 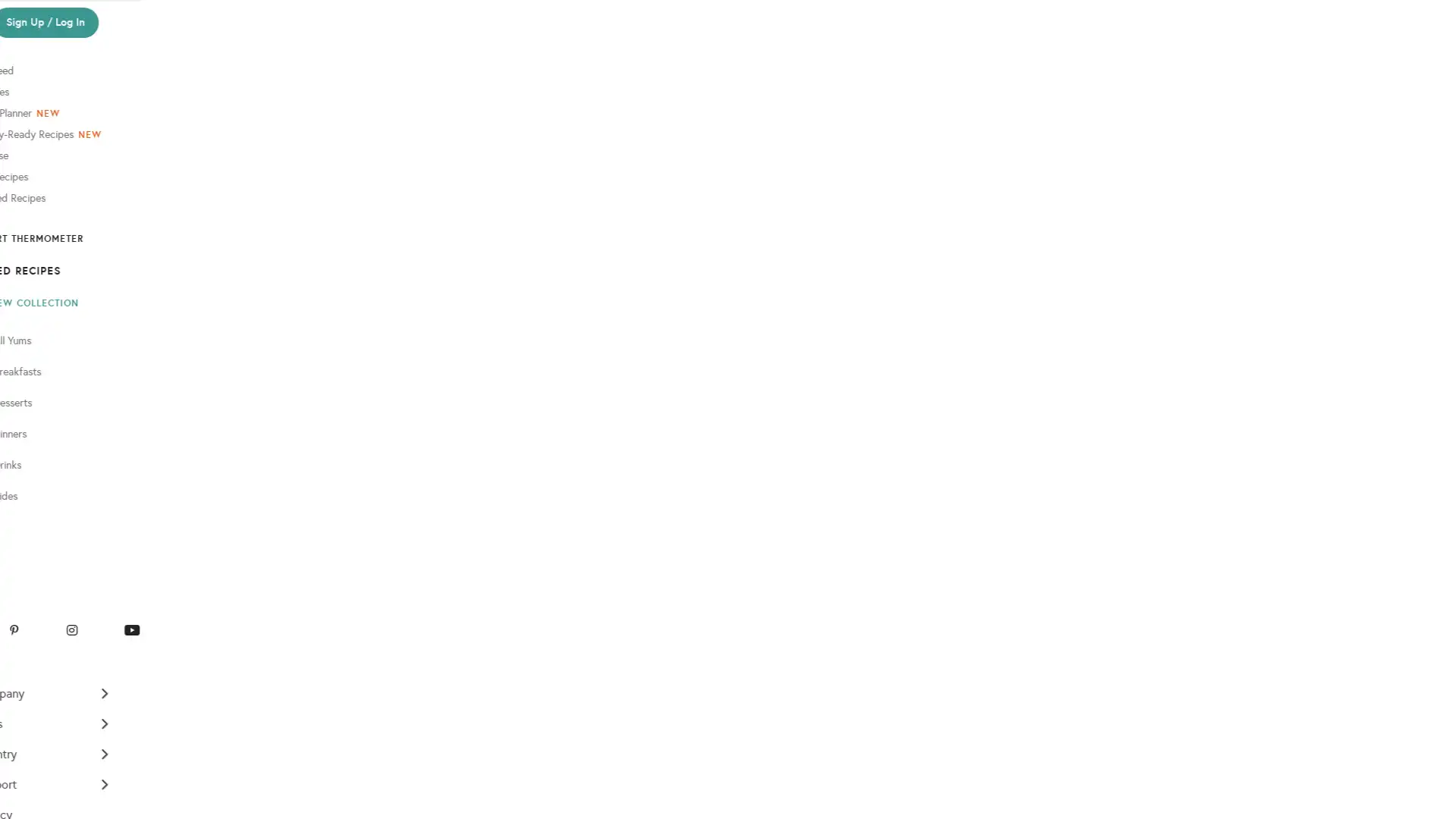 I want to click on Do Not Sell My Personal Information, so click(x=78, y=801).